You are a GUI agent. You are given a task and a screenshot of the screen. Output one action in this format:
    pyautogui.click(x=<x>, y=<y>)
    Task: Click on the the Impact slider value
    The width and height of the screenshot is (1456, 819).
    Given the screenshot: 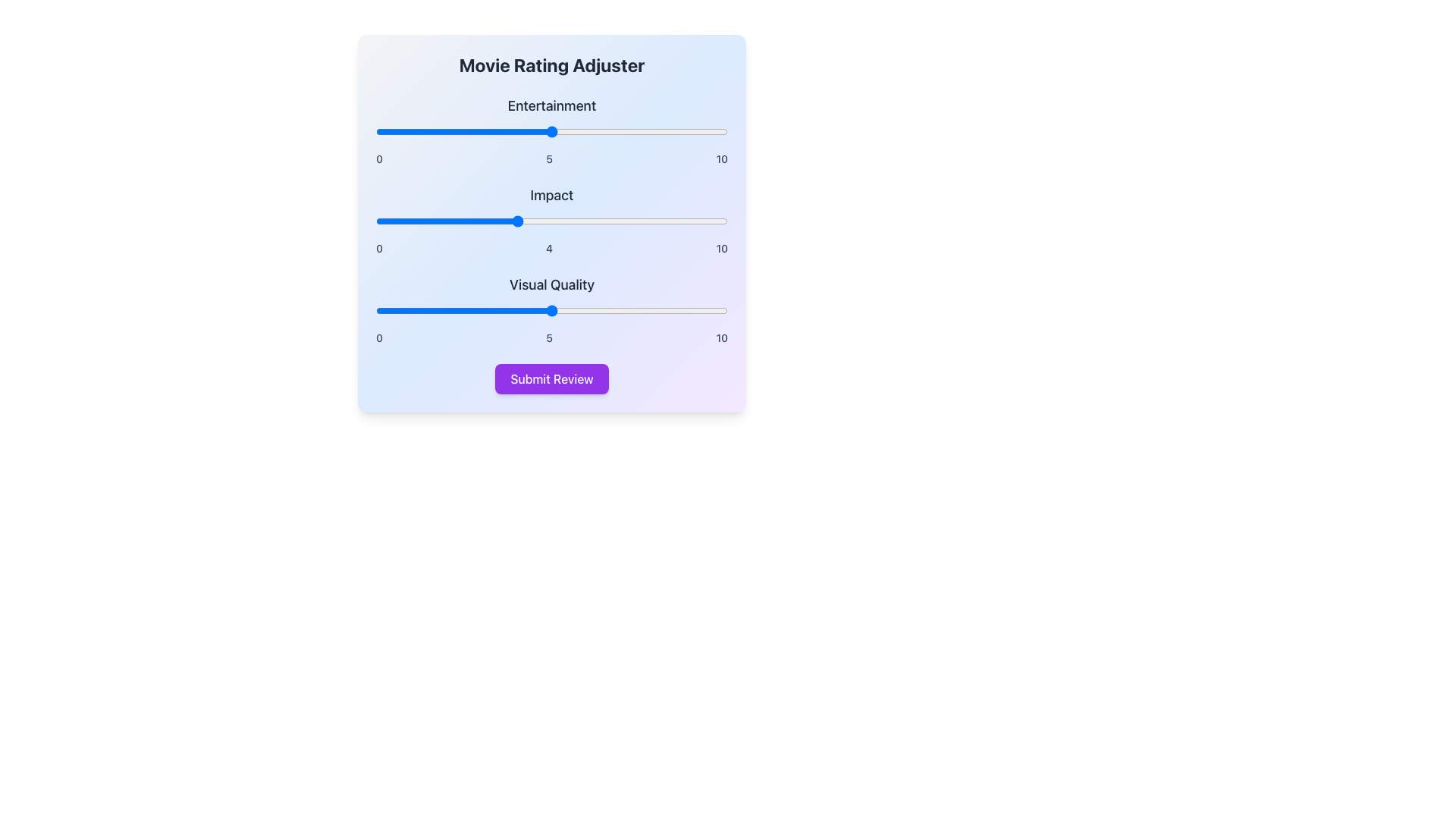 What is the action you would take?
    pyautogui.click(x=375, y=221)
    